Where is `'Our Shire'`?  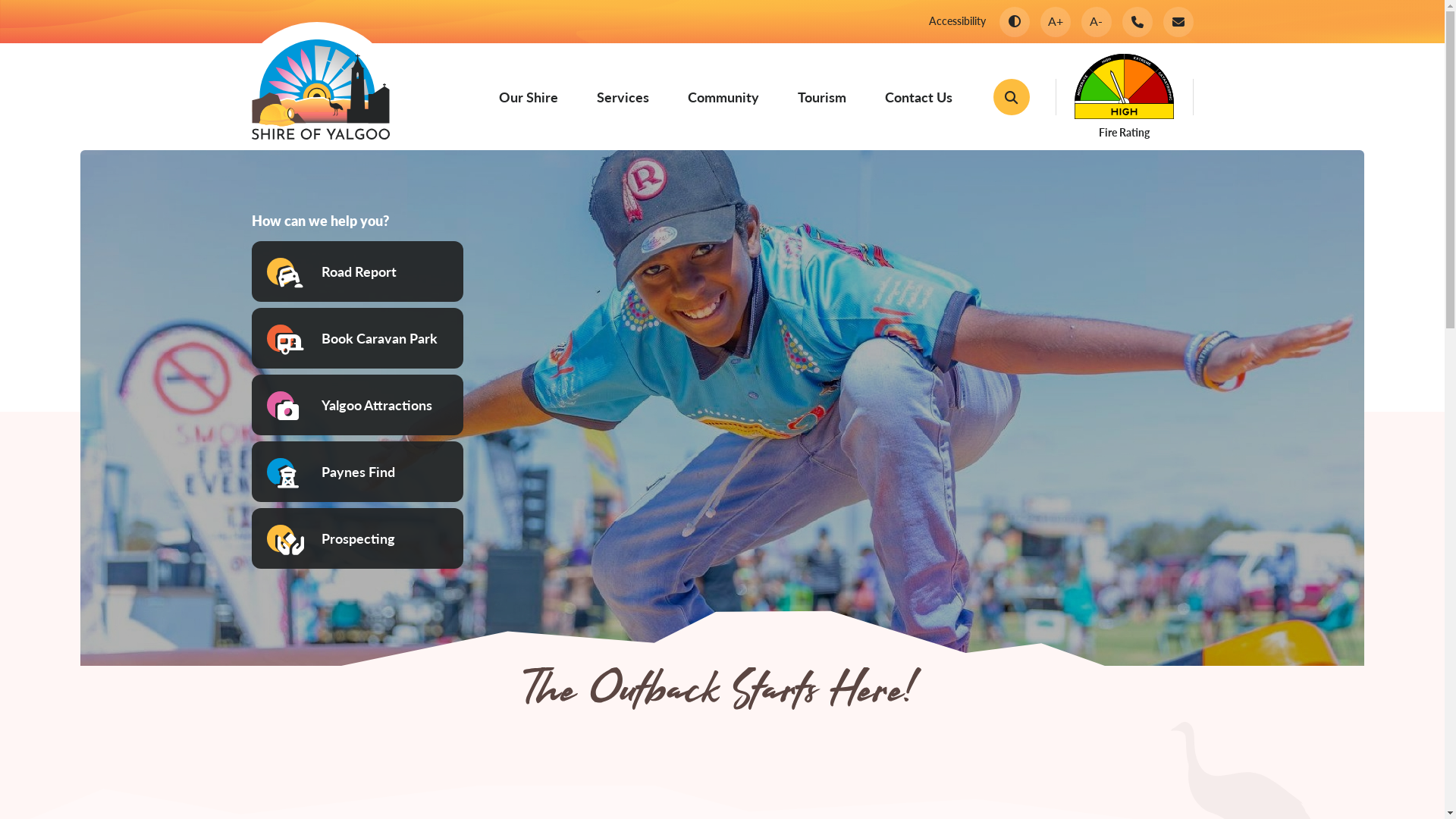
'Our Shire' is located at coordinates (528, 96).